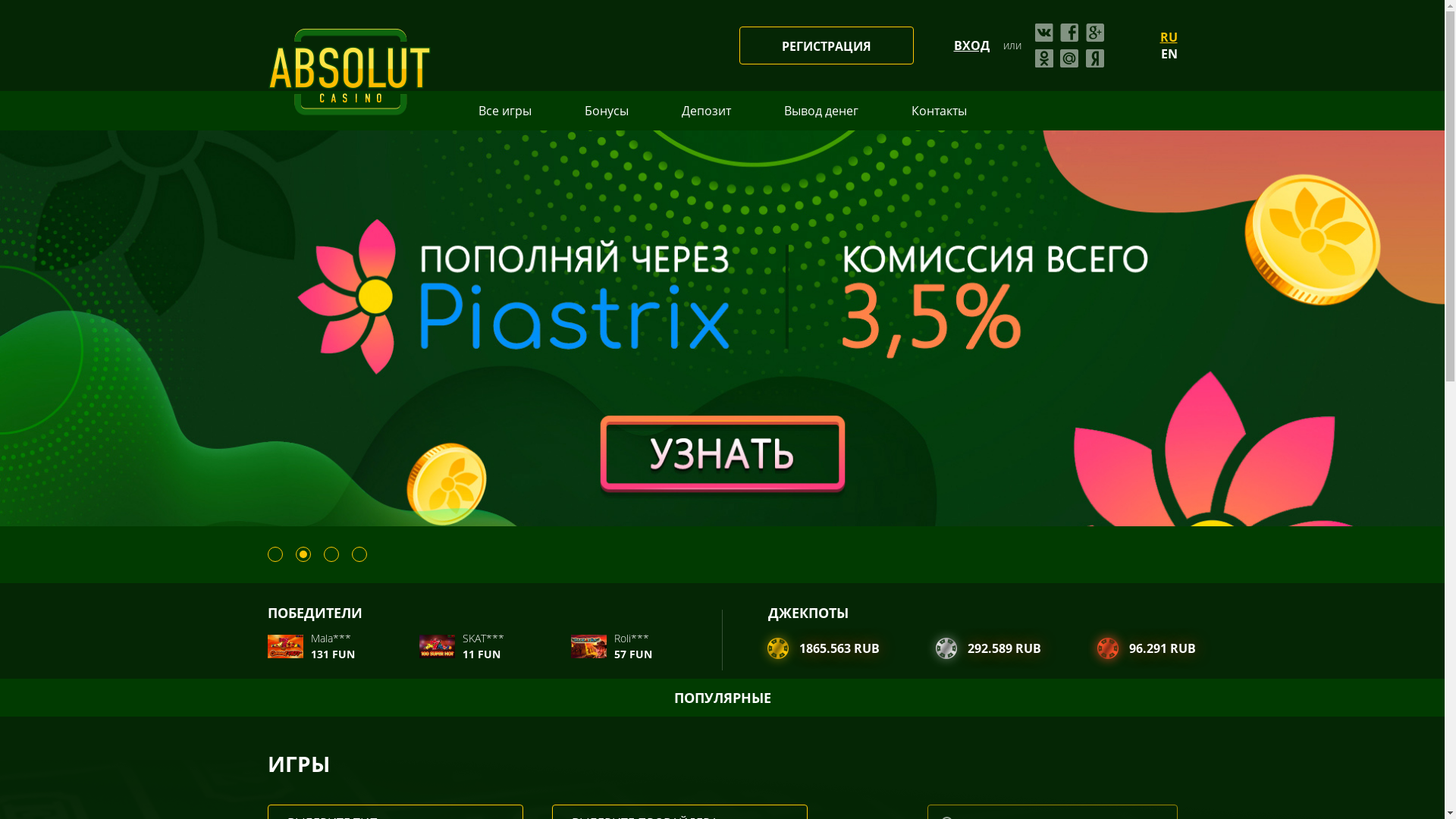  What do you see at coordinates (1167, 52) in the screenshot?
I see `'EN'` at bounding box center [1167, 52].